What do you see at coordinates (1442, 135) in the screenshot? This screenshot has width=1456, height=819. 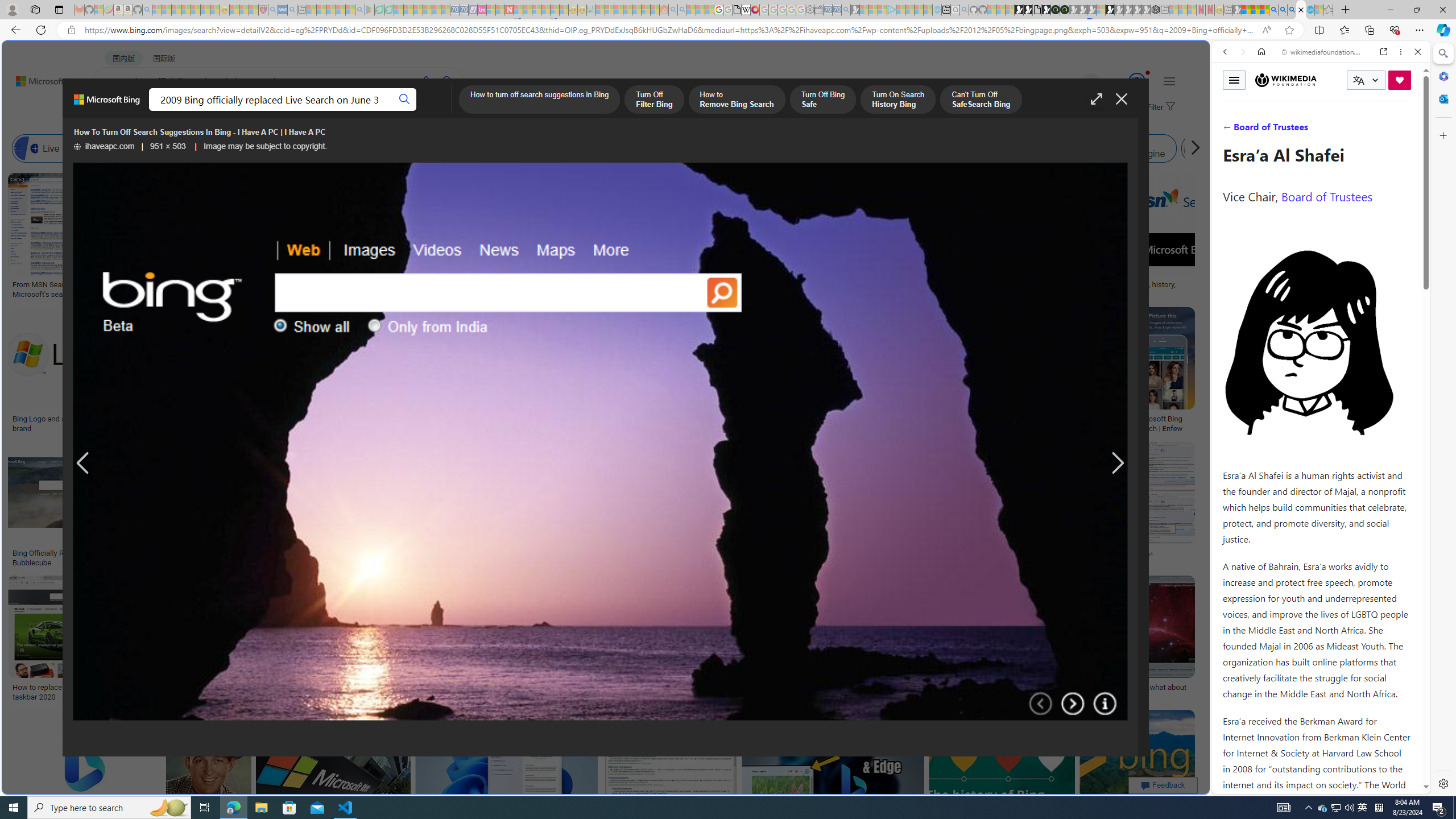 I see `'Close Customize pane'` at bounding box center [1442, 135].